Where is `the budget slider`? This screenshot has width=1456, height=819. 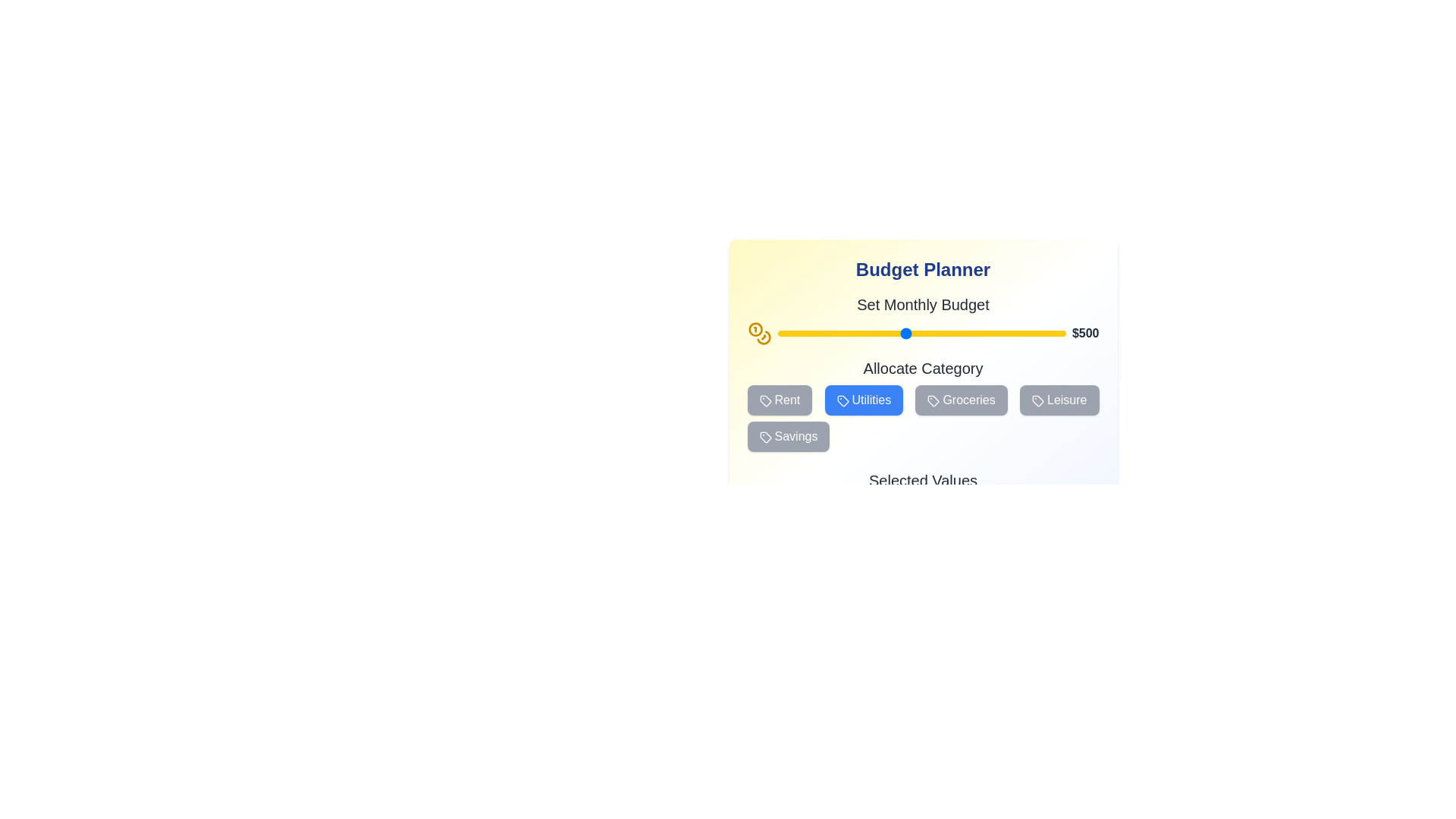
the budget slider is located at coordinates (868, 332).